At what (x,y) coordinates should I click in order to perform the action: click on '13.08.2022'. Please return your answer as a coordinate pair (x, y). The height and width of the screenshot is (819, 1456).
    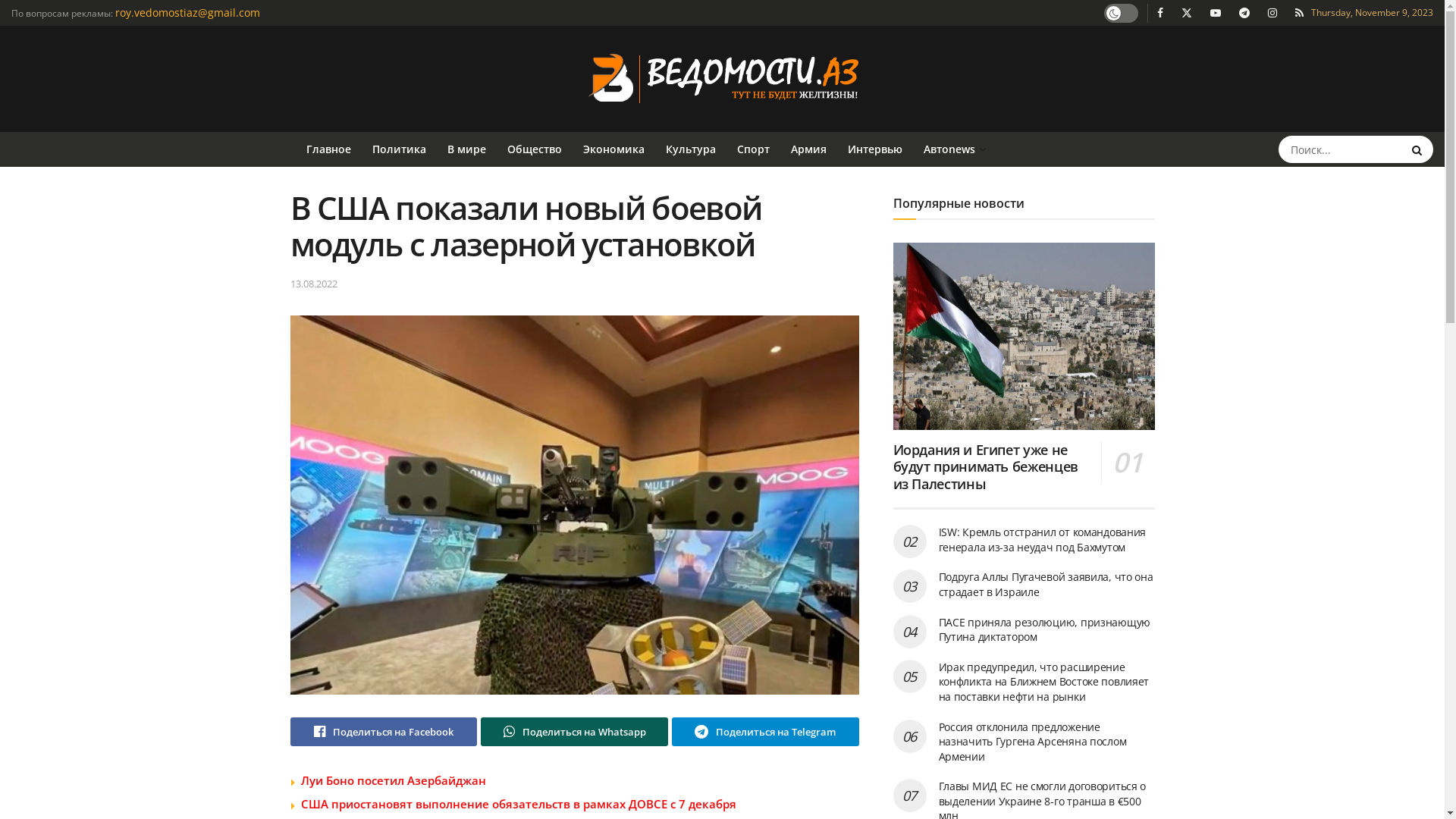
    Looking at the image, I should click on (312, 284).